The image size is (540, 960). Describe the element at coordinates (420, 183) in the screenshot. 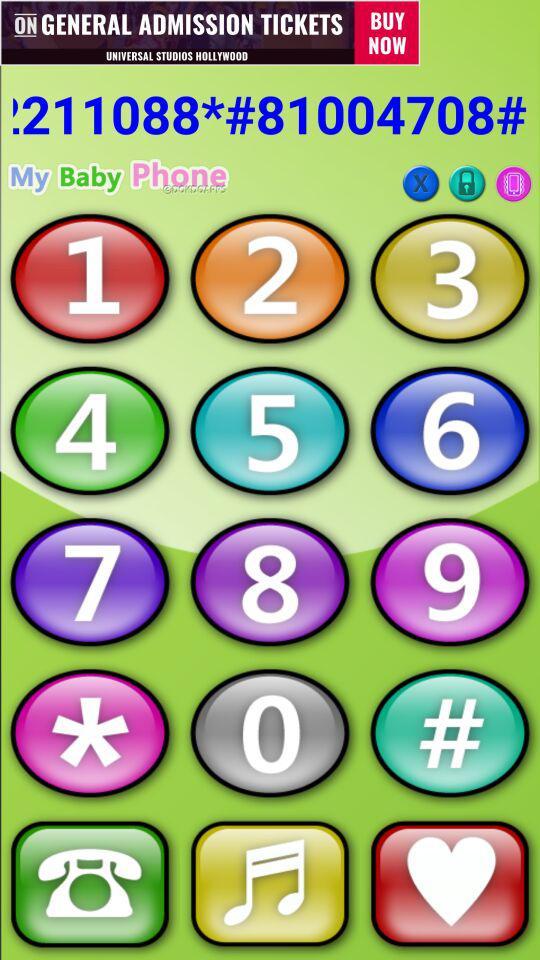

I see `the close icon` at that location.